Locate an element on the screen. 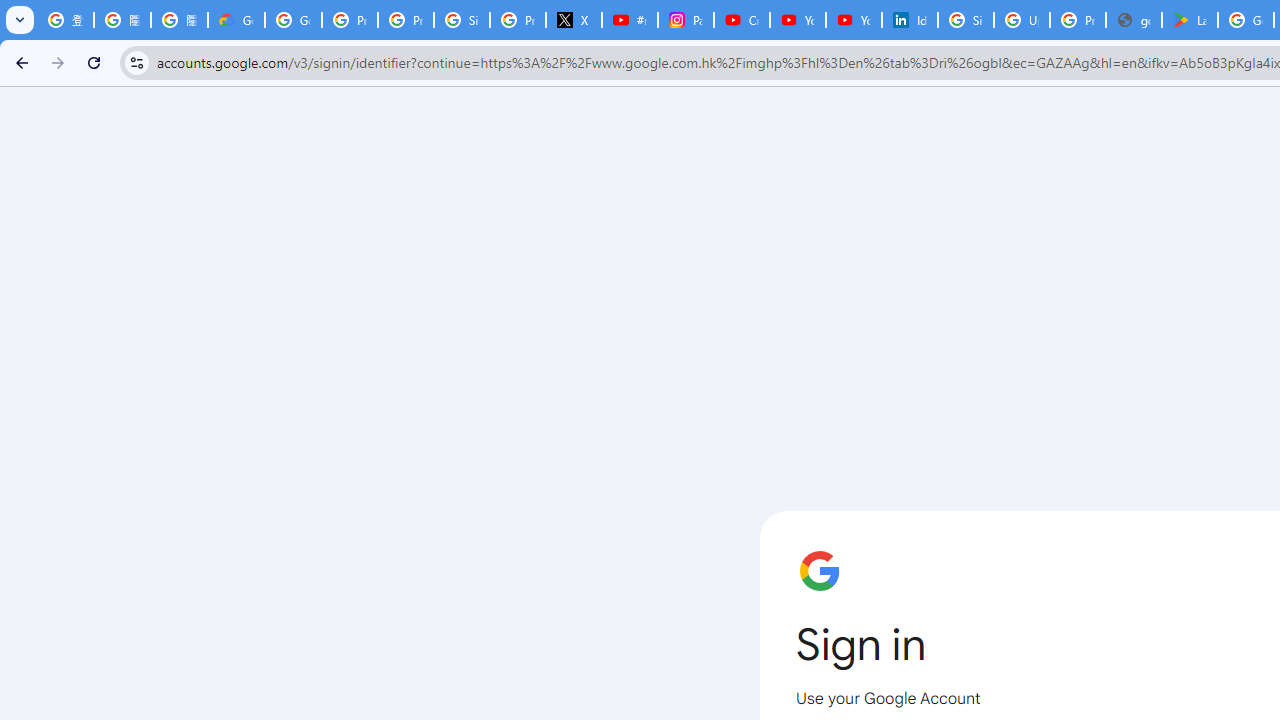  'YouTube Culture & Trends - YouTube Top 10, 2021' is located at coordinates (853, 20).